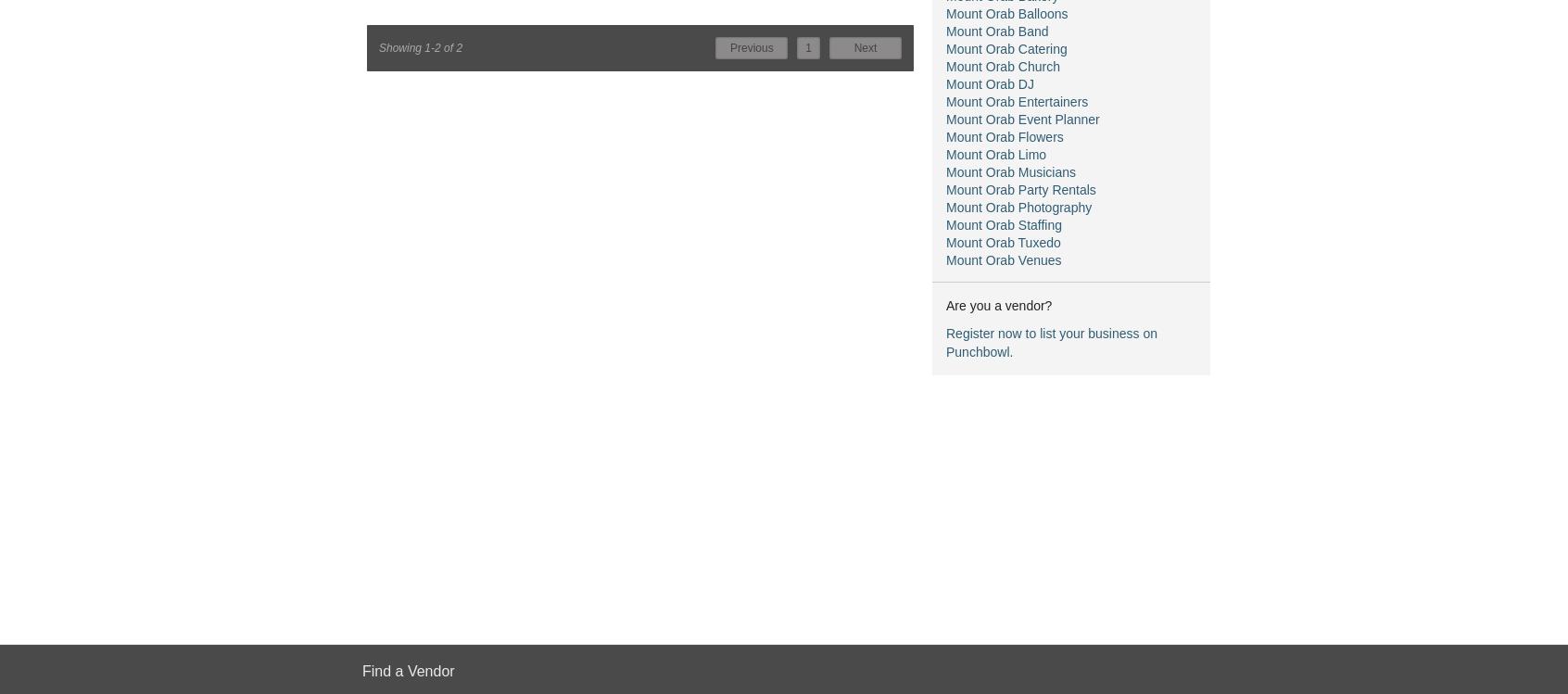 This screenshot has width=1568, height=694. Describe the element at coordinates (407, 670) in the screenshot. I see `'Find a Vendor'` at that location.